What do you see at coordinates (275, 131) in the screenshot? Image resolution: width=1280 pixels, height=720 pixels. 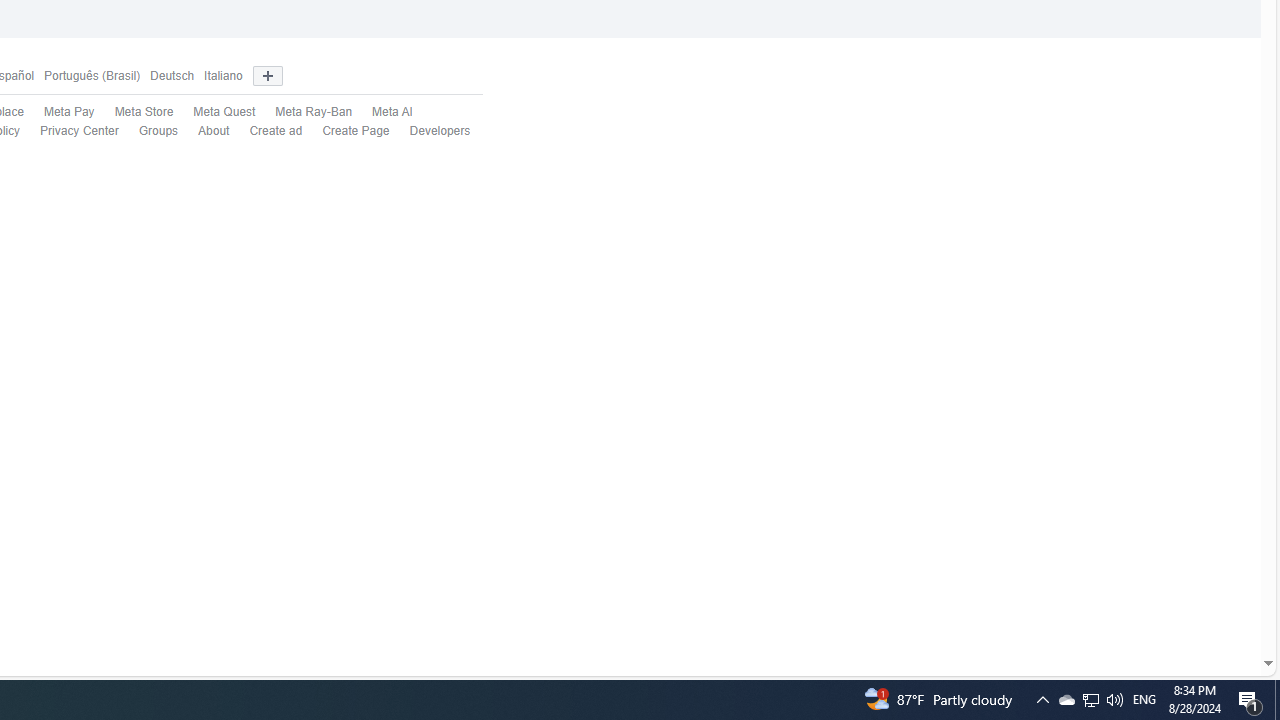 I see `'Create ad'` at bounding box center [275, 131].